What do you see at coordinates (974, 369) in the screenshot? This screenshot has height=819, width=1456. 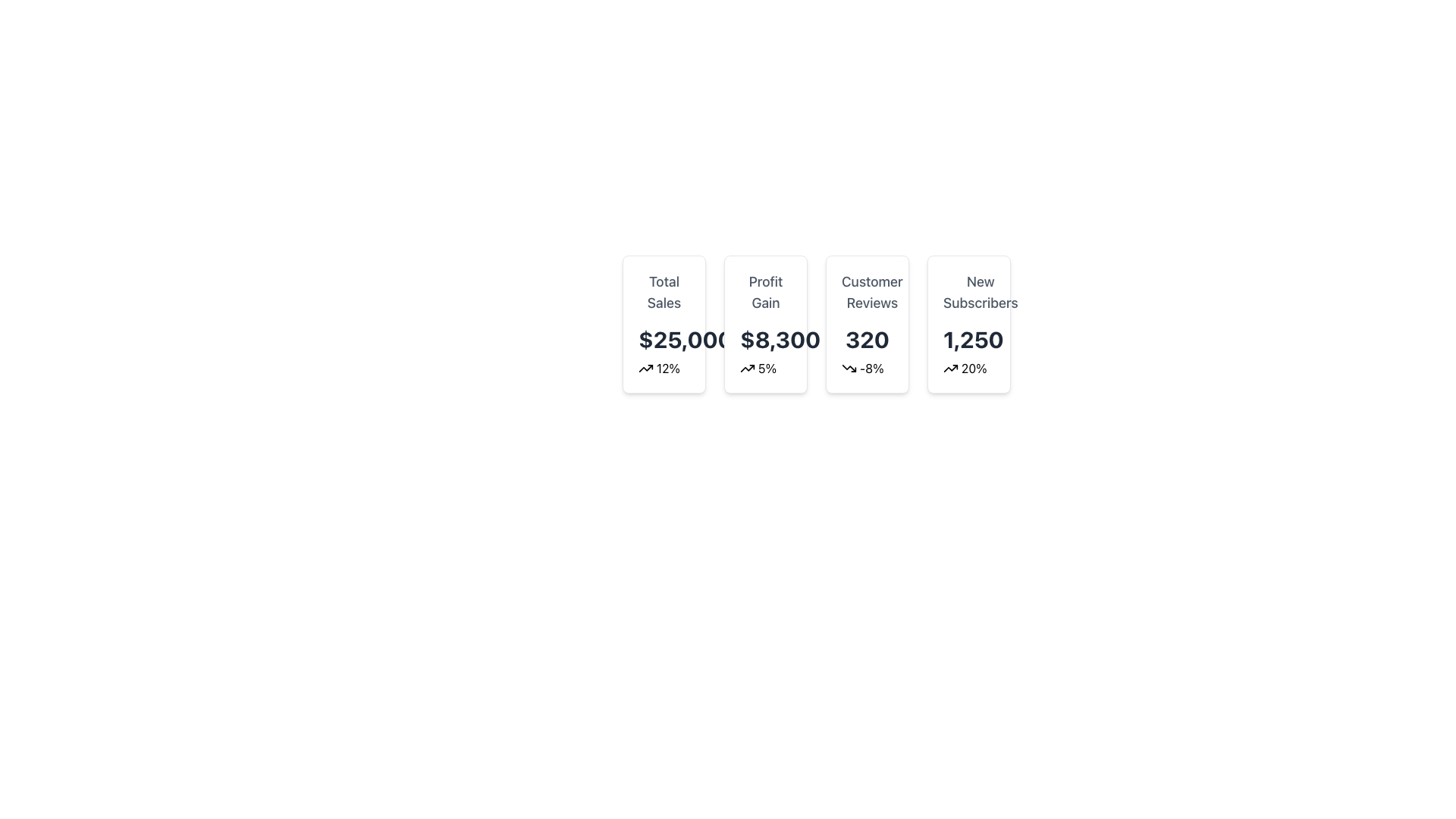 I see `the static text label displaying the percentage growth related to new subscribers, located in the bottom section of the 'New Subscribers' card, to the right of the upward-trending arrow icon` at bounding box center [974, 369].